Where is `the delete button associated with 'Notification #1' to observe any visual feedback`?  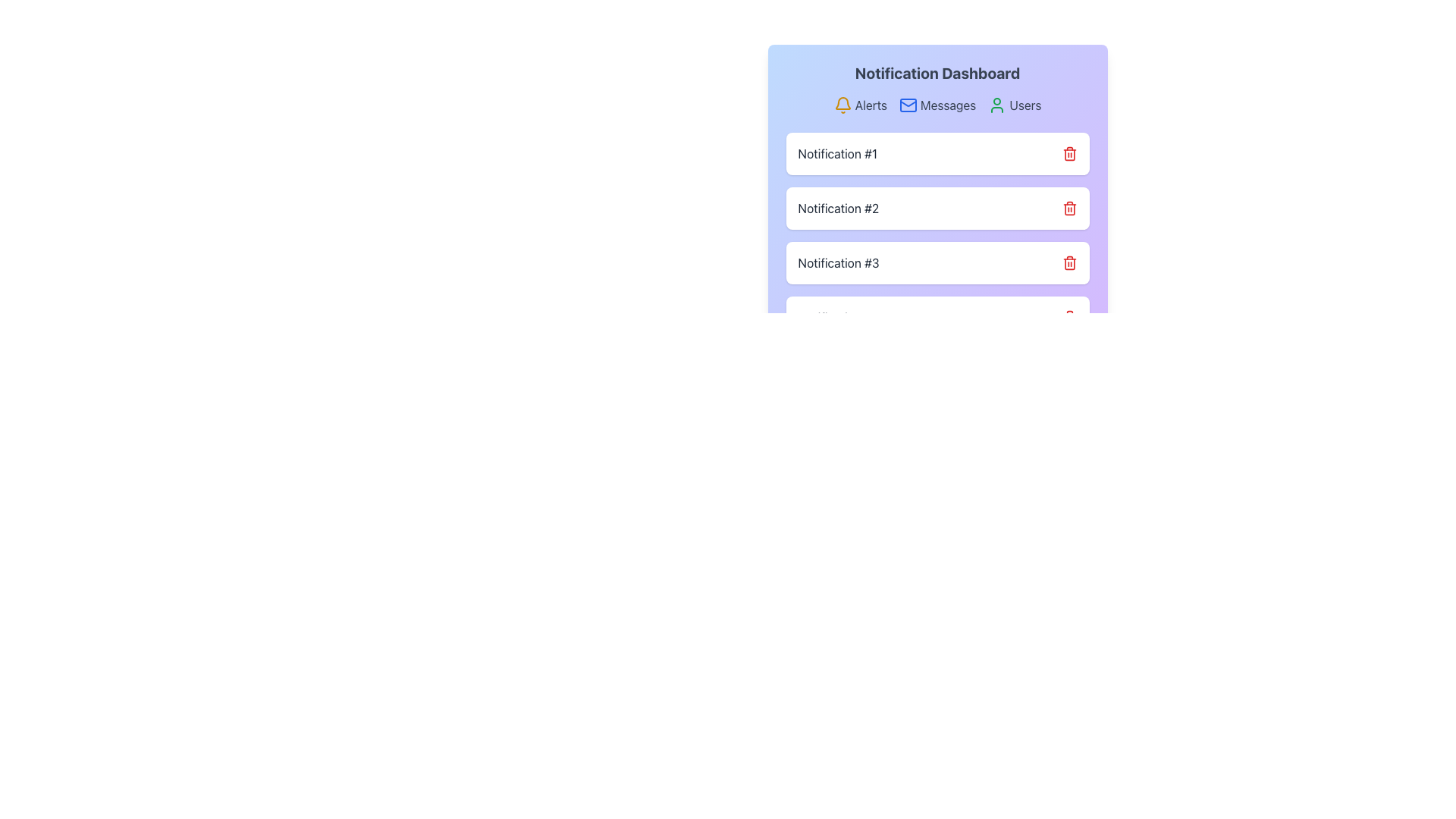
the delete button associated with 'Notification #1' to observe any visual feedback is located at coordinates (1068, 154).